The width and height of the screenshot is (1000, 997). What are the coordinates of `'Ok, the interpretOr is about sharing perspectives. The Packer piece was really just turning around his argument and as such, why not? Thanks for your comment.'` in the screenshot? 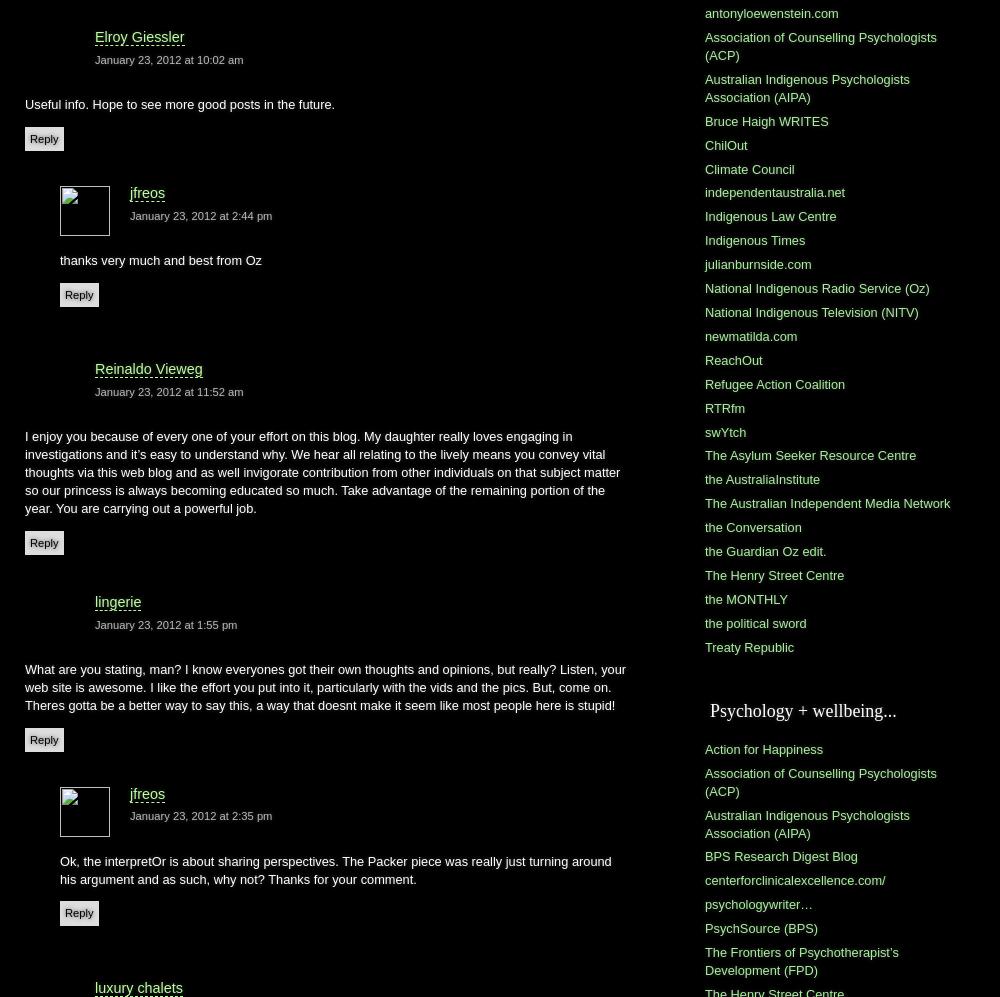 It's located at (334, 868).